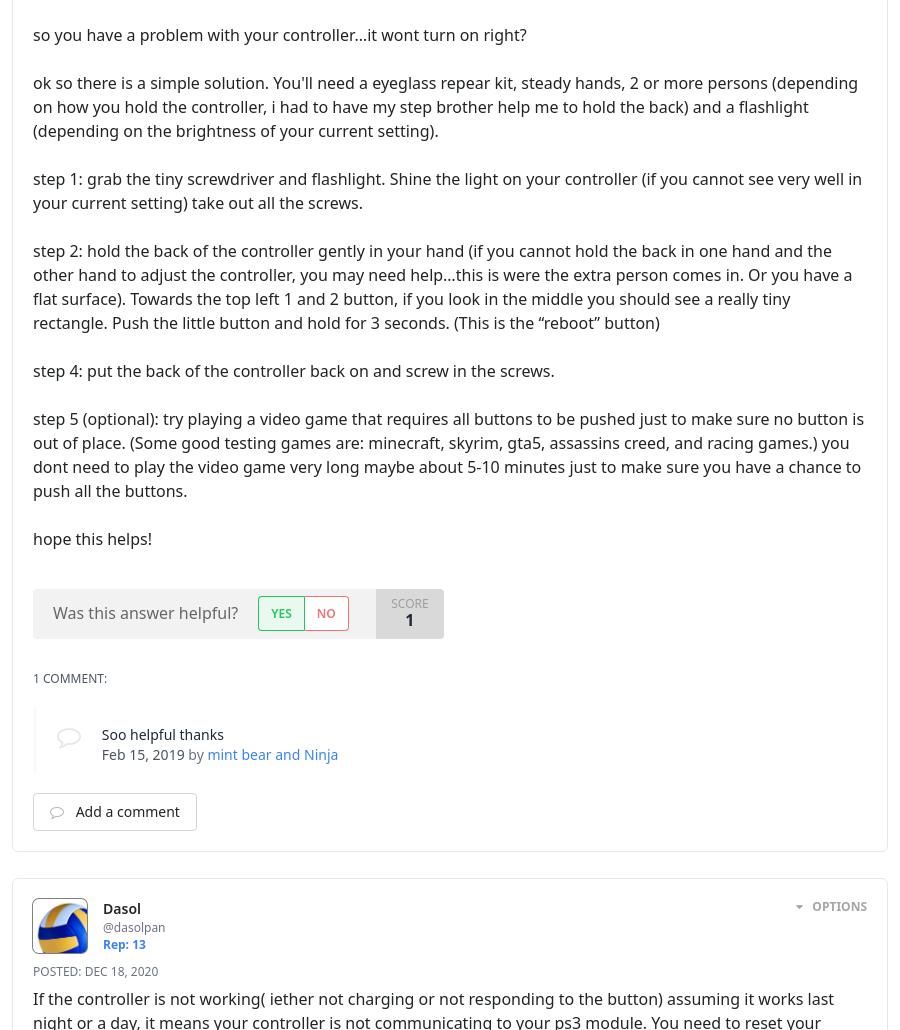 The height and width of the screenshot is (1030, 900). Describe the element at coordinates (447, 190) in the screenshot. I see `'step 1: grab the tiny screwdriver and flashlight. Shine the light on your controller (if you cannot see very well in your current setting) take out all the screws.'` at that location.